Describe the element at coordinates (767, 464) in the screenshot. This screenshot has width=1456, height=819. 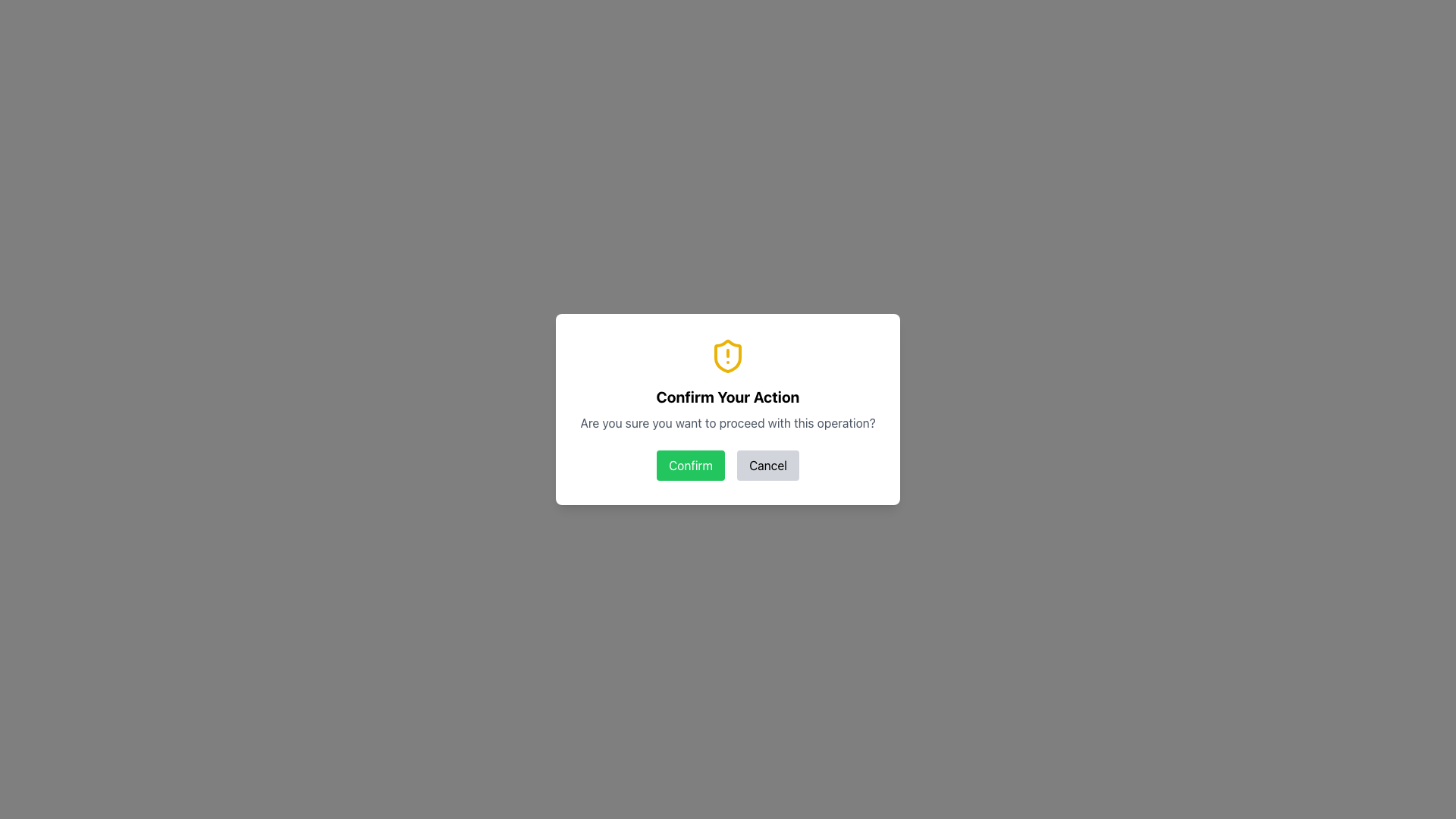
I see `the 'Cancel' button with light gray background and black text to observe visual feedback` at that location.